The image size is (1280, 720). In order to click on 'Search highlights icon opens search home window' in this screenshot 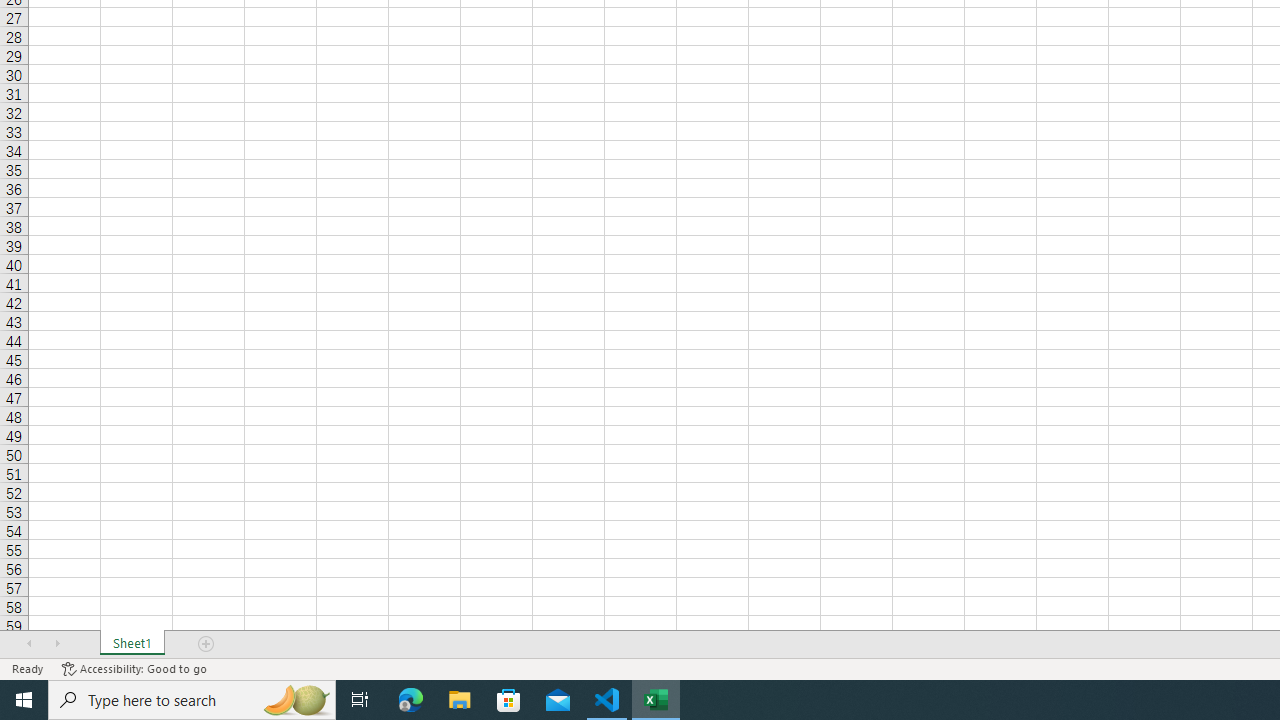, I will do `click(294, 698)`.